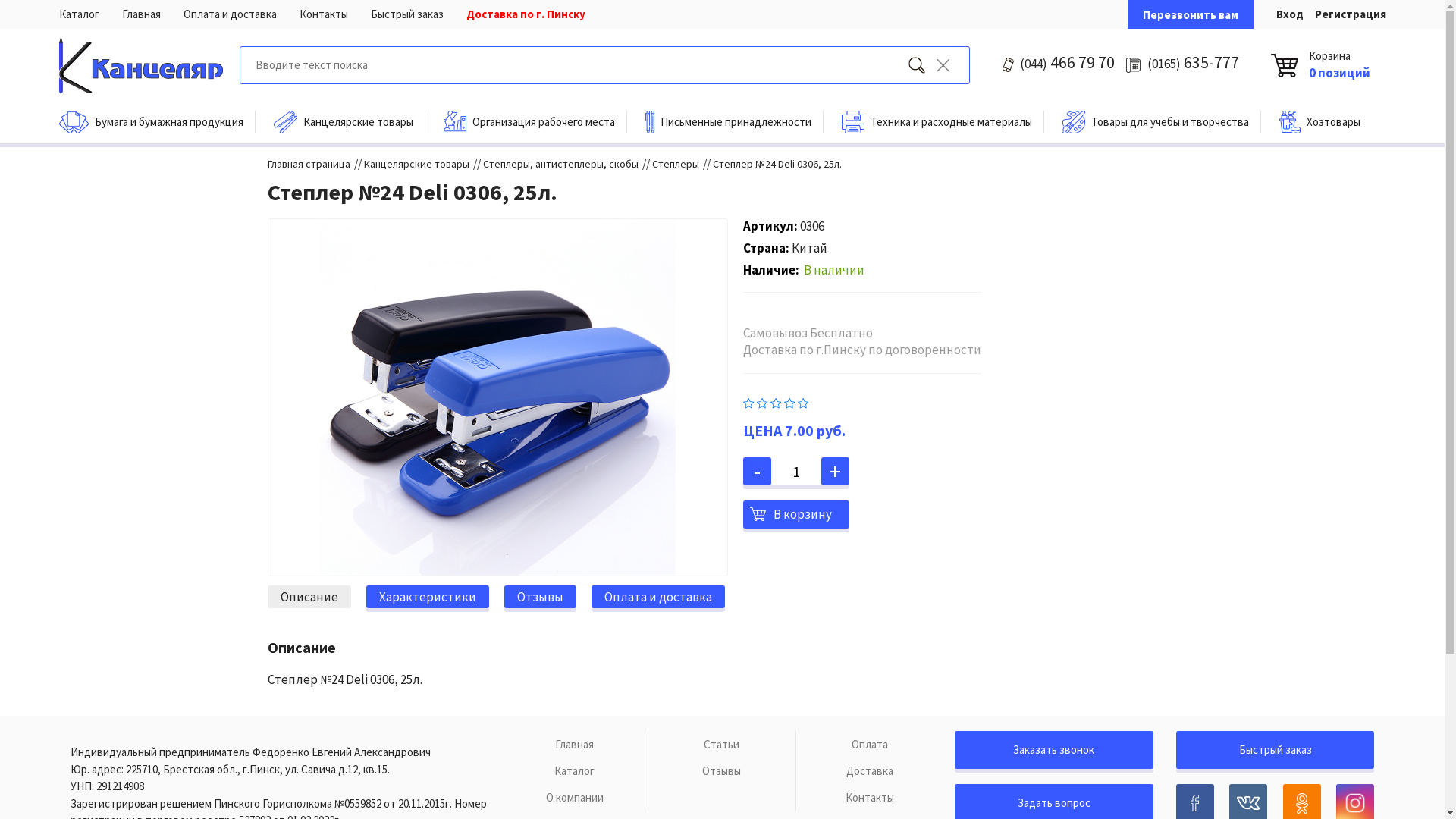  What do you see at coordinates (802, 400) in the screenshot?
I see `'5'` at bounding box center [802, 400].